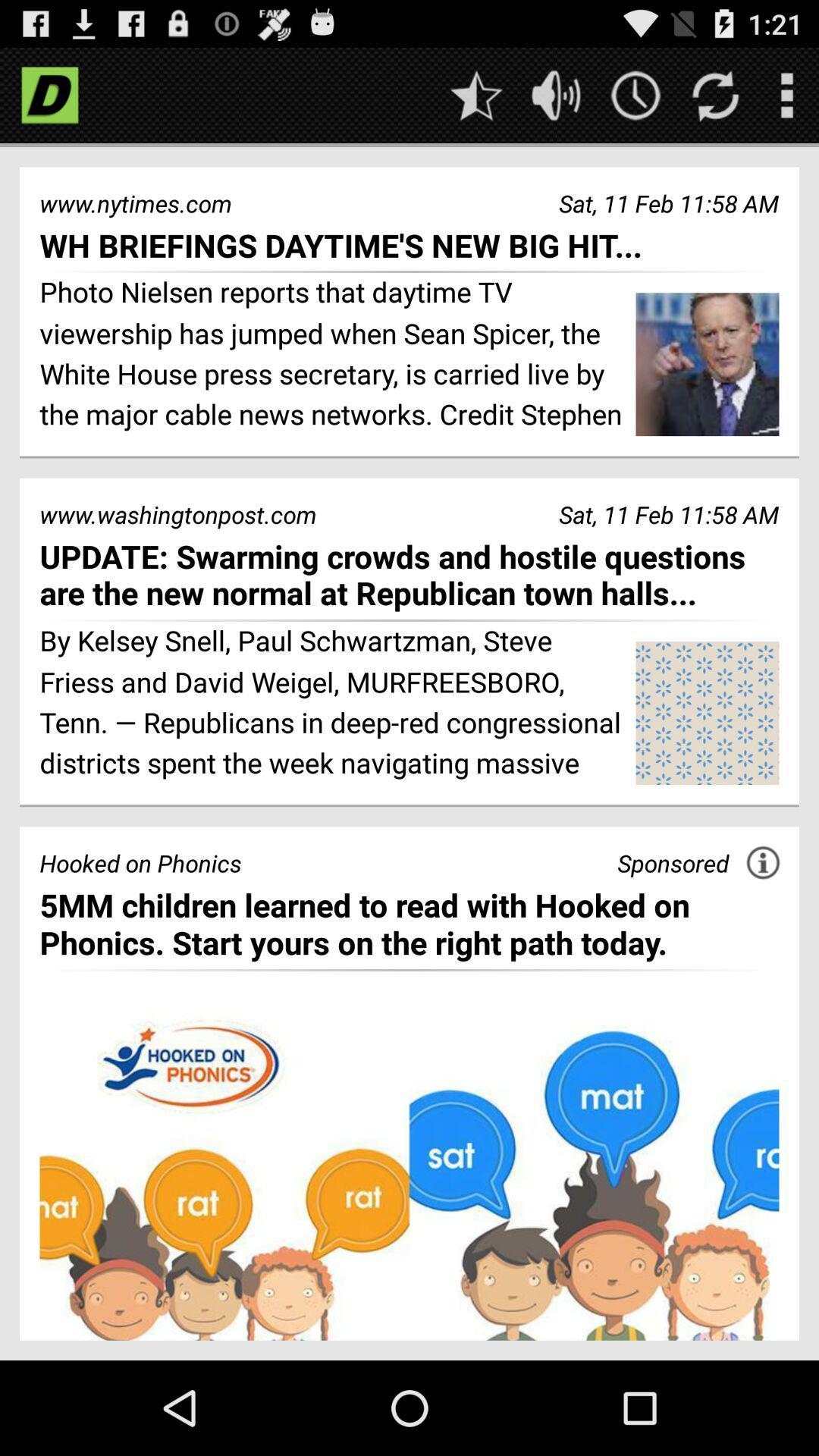 The width and height of the screenshot is (819, 1456). I want to click on details, so click(763, 862).